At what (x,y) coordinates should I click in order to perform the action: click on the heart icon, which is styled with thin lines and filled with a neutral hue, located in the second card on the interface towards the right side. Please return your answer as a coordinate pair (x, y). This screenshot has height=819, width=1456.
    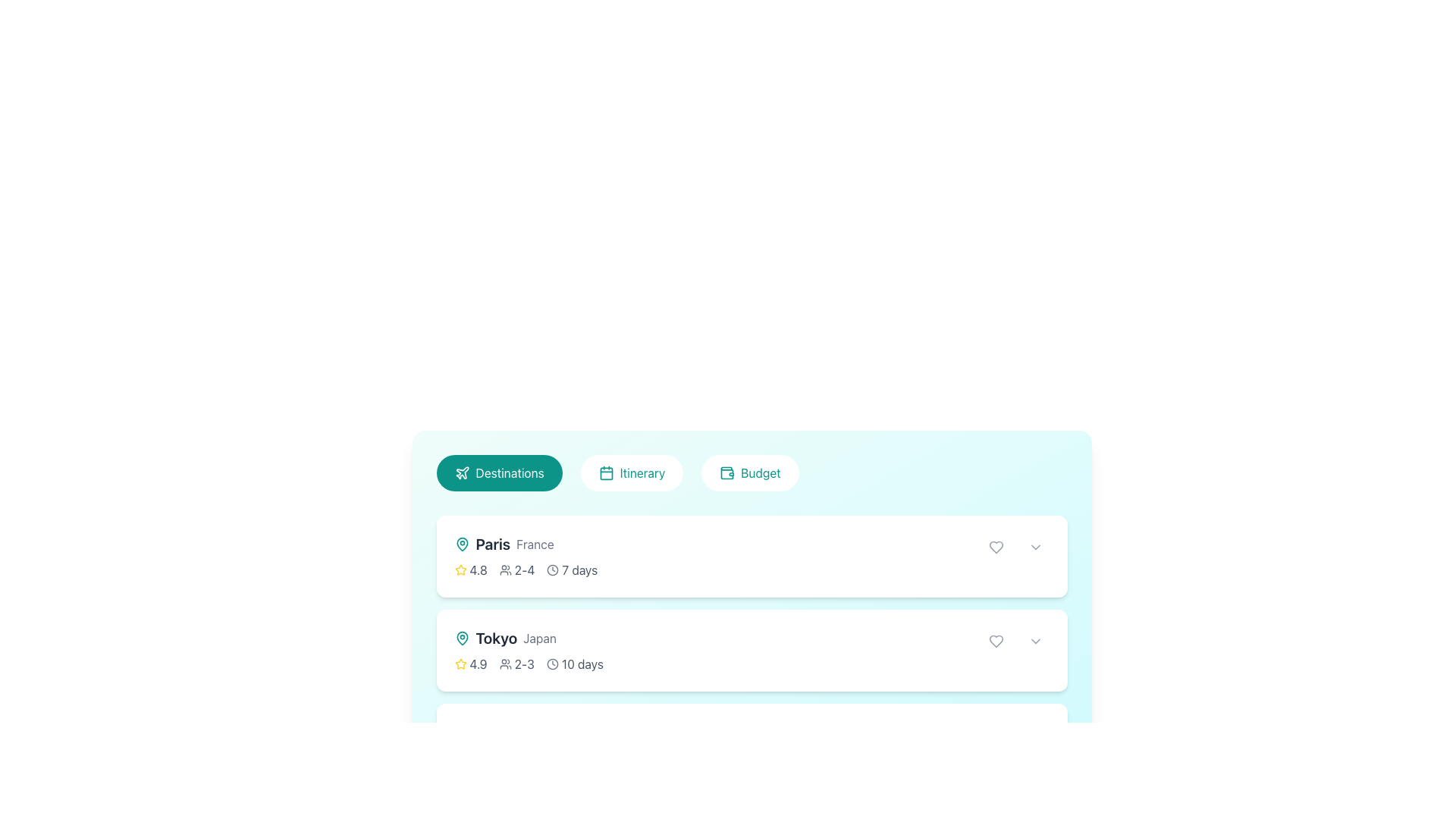
    Looking at the image, I should click on (996, 641).